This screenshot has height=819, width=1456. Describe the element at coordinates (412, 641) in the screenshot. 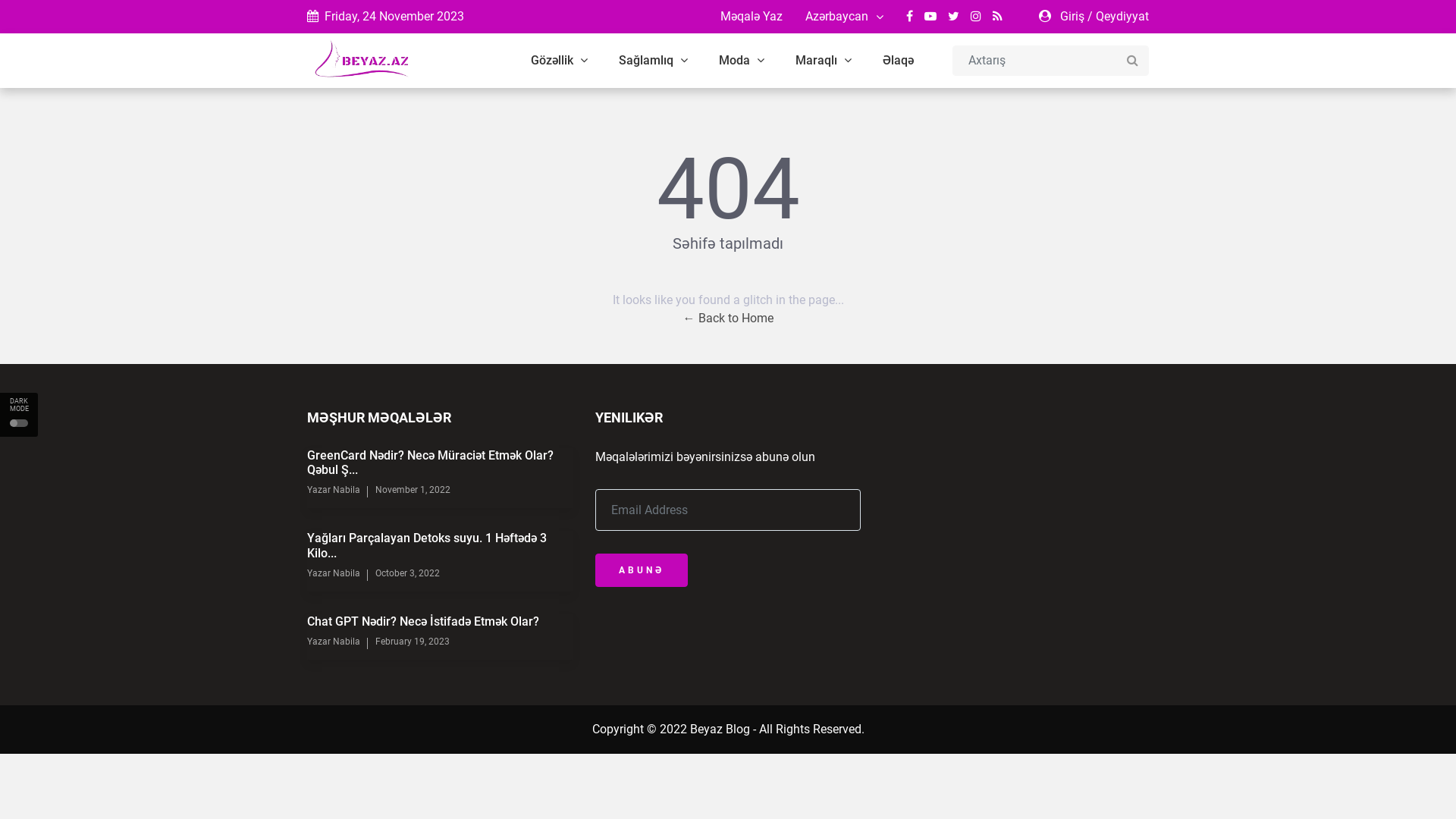

I see `'February 19, 2023'` at that location.